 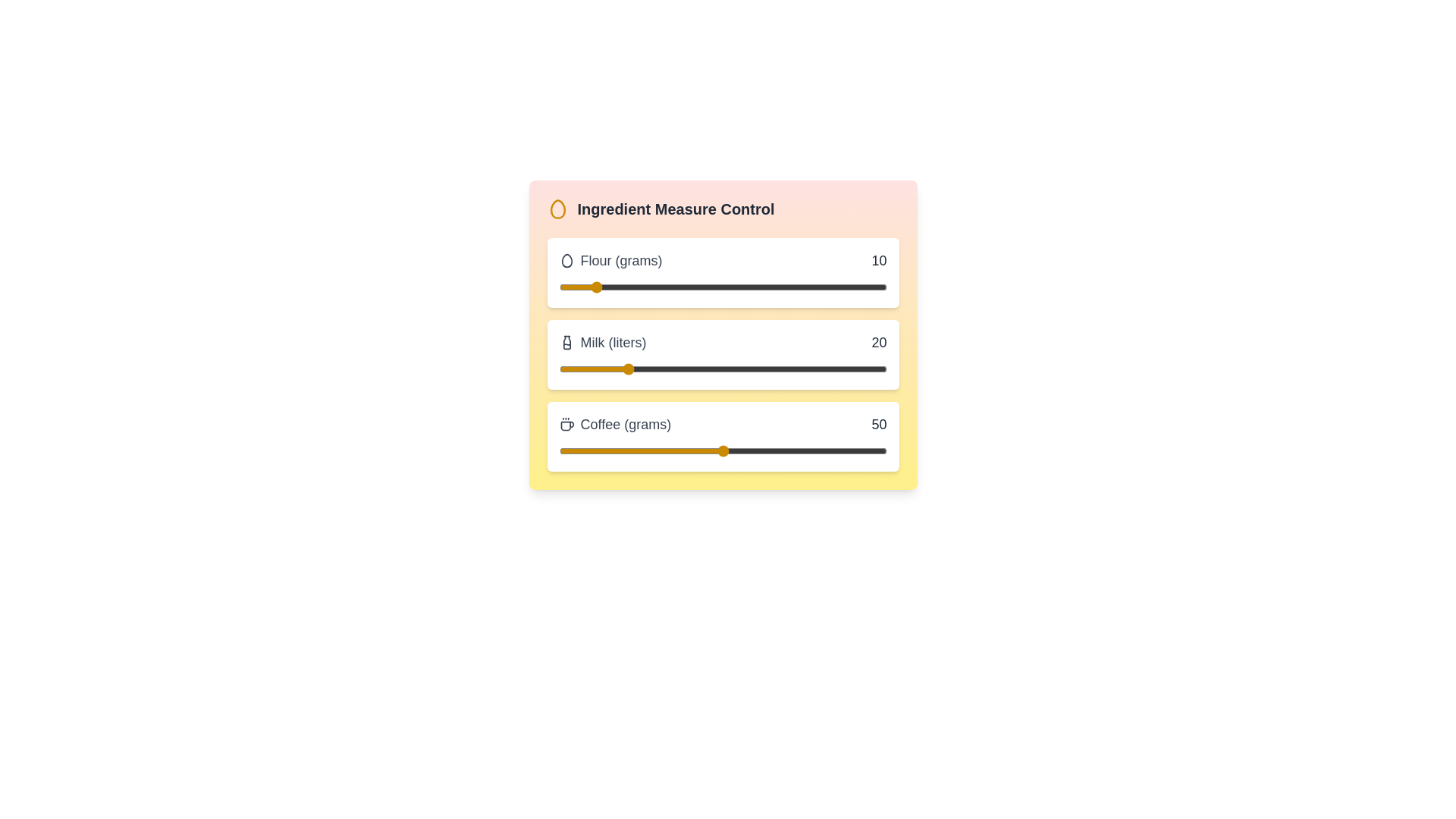 What do you see at coordinates (879, 424) in the screenshot?
I see `the text label element displaying the current coffee measurement value '50', which is located in the bottommost row of the card, to the right of the slider` at bounding box center [879, 424].